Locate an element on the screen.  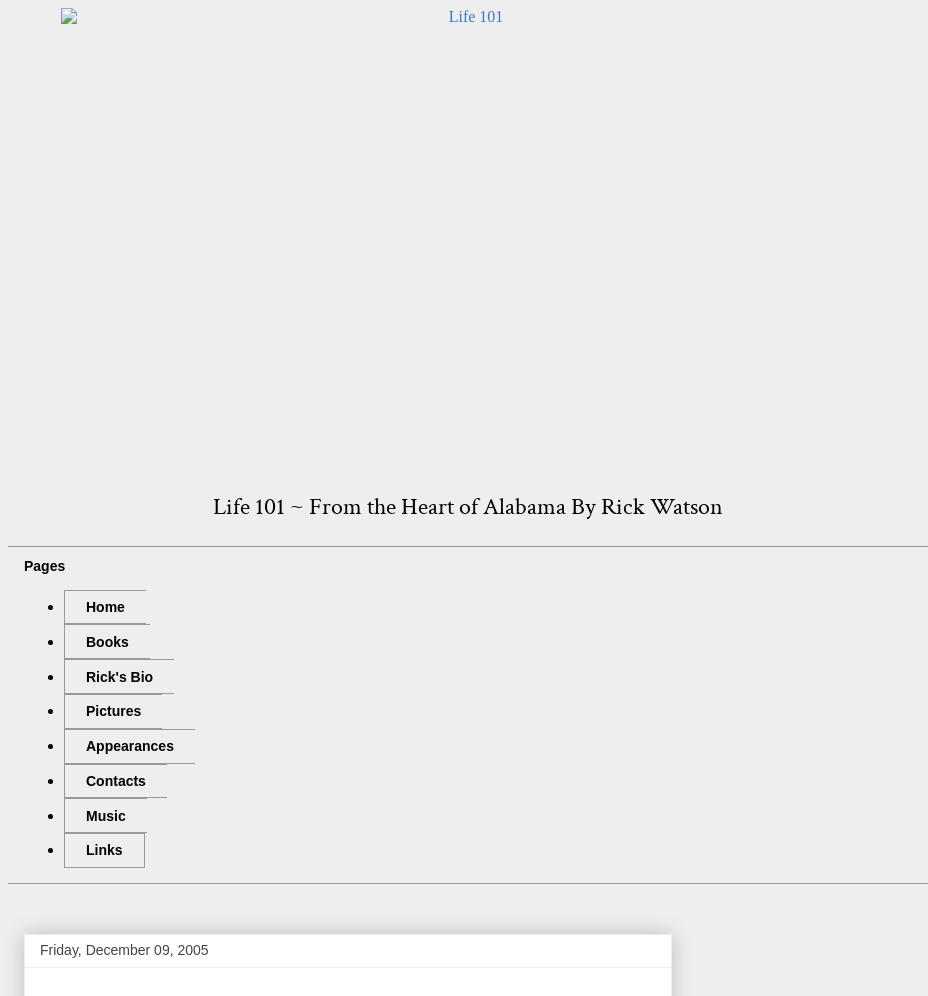
'Pictures' is located at coordinates (85, 710).